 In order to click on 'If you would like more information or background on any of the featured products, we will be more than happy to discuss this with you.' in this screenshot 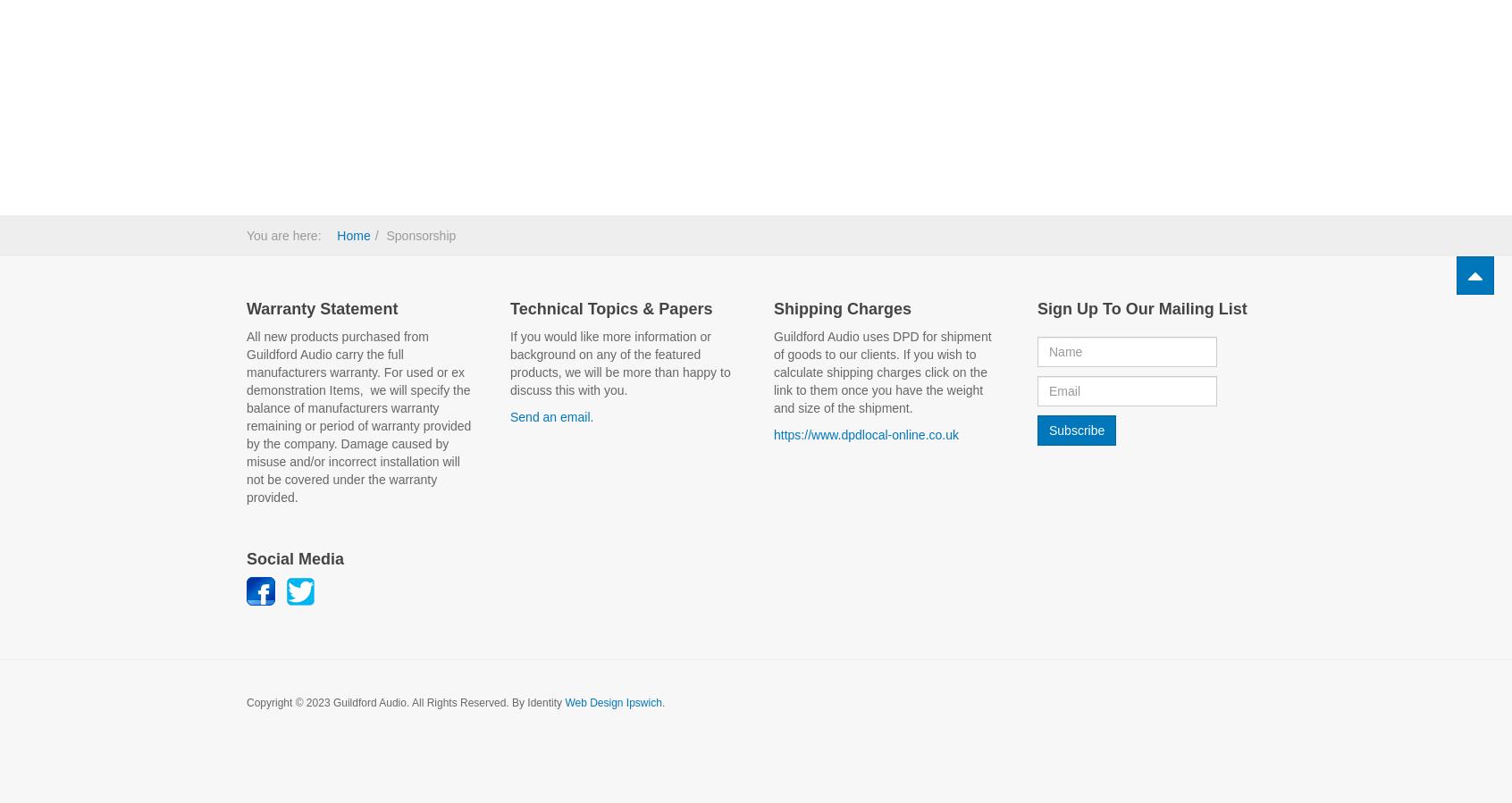, I will do `click(620, 361)`.